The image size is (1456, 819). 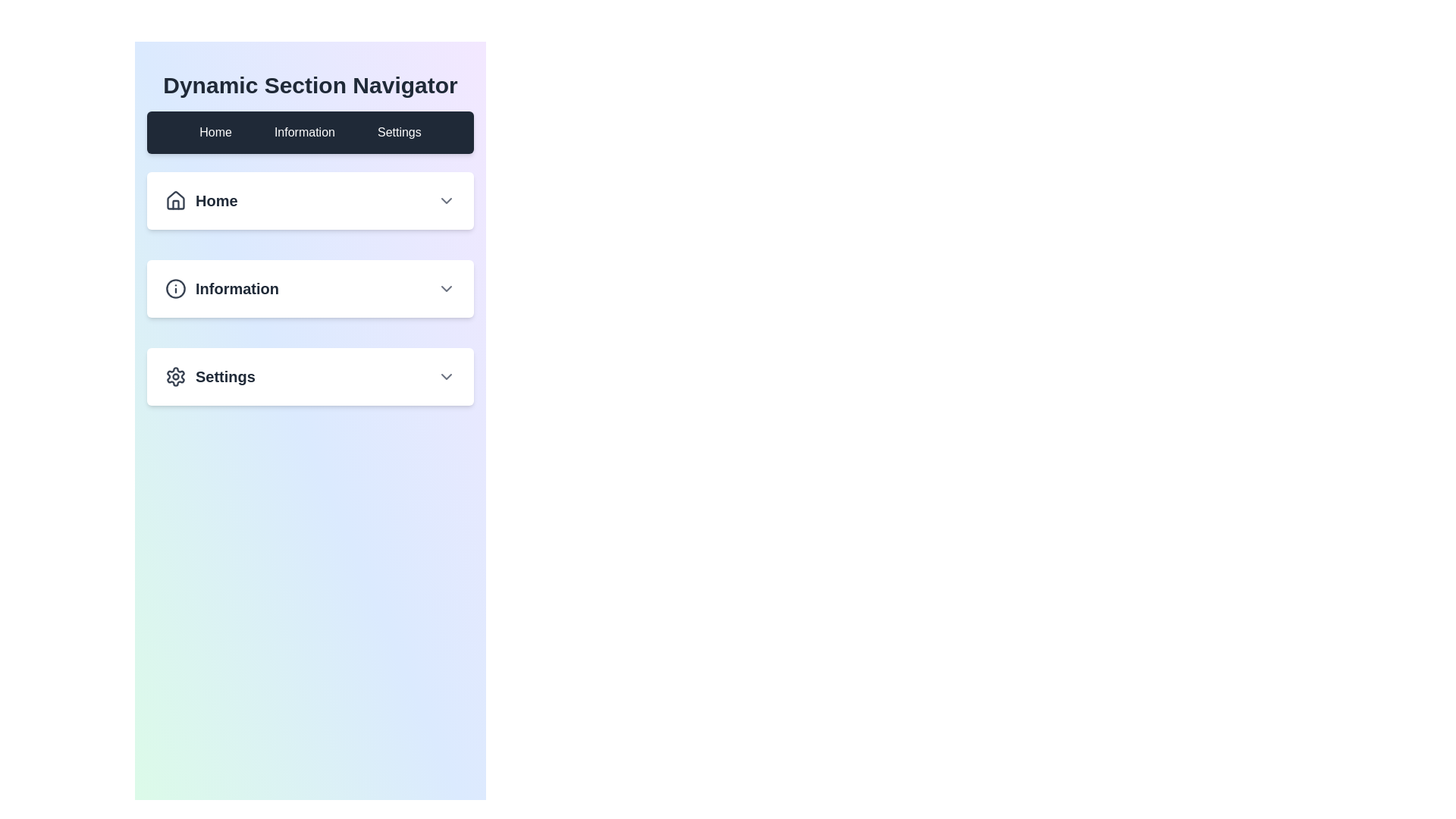 What do you see at coordinates (175, 376) in the screenshot?
I see `the gear icon button indicating settings, which is the first item in the 'Settings' section at the bottom of the vertical navigation list` at bounding box center [175, 376].